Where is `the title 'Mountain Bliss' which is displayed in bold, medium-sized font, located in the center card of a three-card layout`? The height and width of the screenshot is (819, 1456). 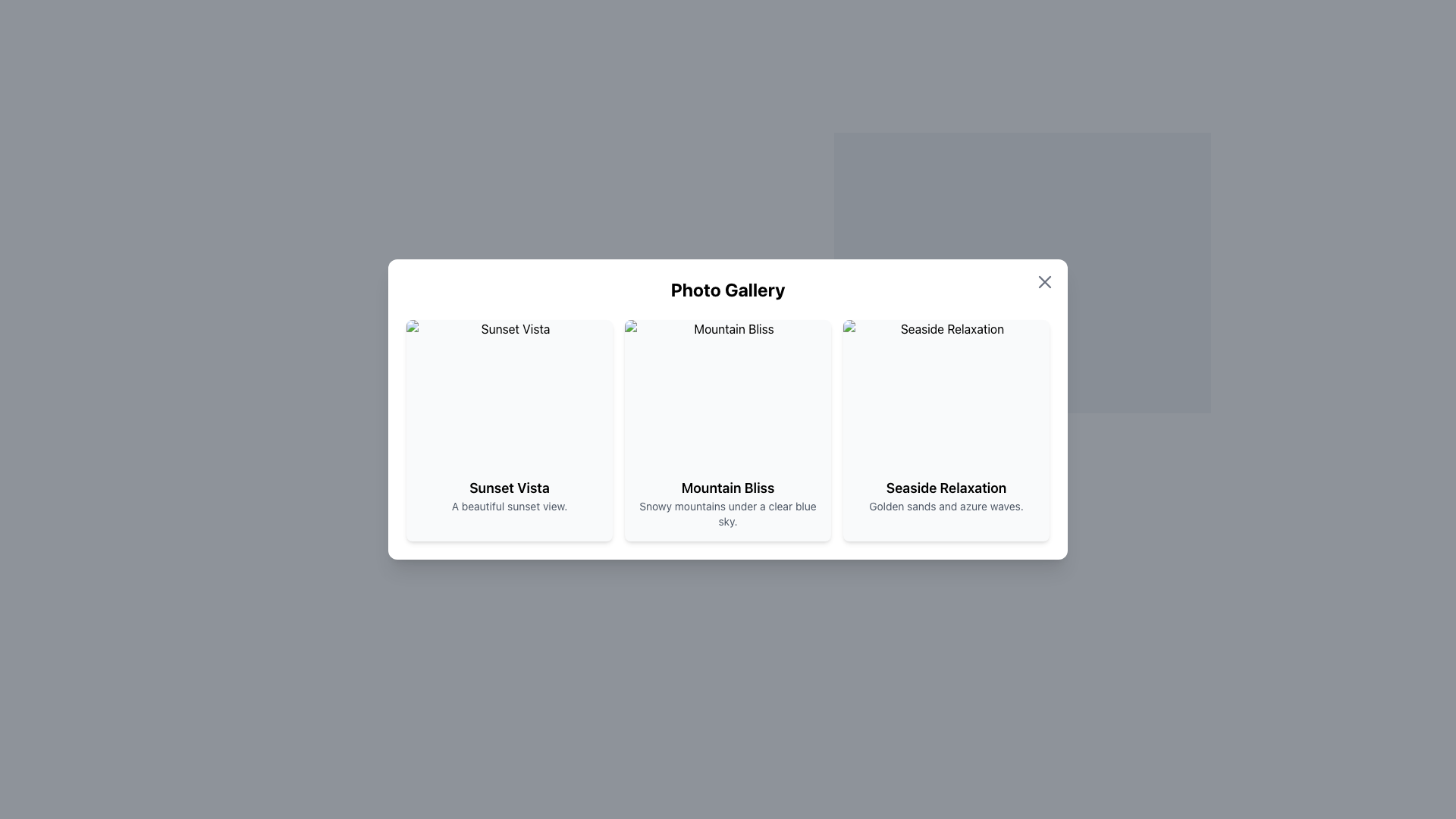 the title 'Mountain Bliss' which is displayed in bold, medium-sized font, located in the center card of a three-card layout is located at coordinates (728, 488).